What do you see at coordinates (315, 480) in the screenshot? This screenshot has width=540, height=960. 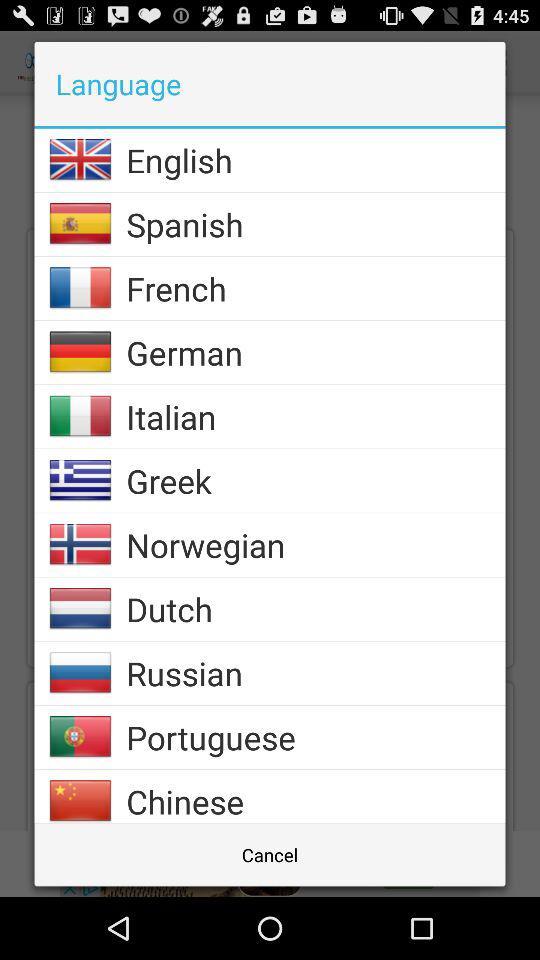 I see `icon below the italian item` at bounding box center [315, 480].